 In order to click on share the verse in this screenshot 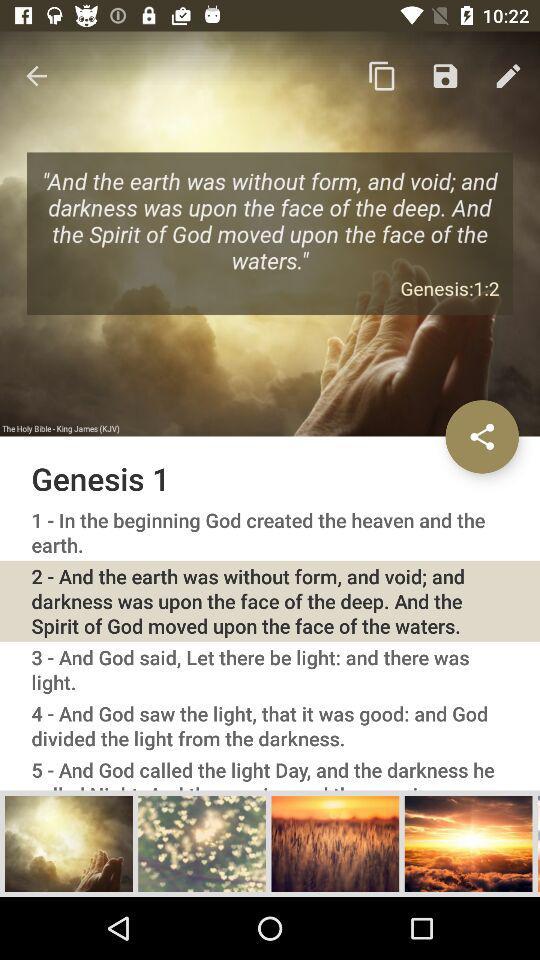, I will do `click(481, 436)`.